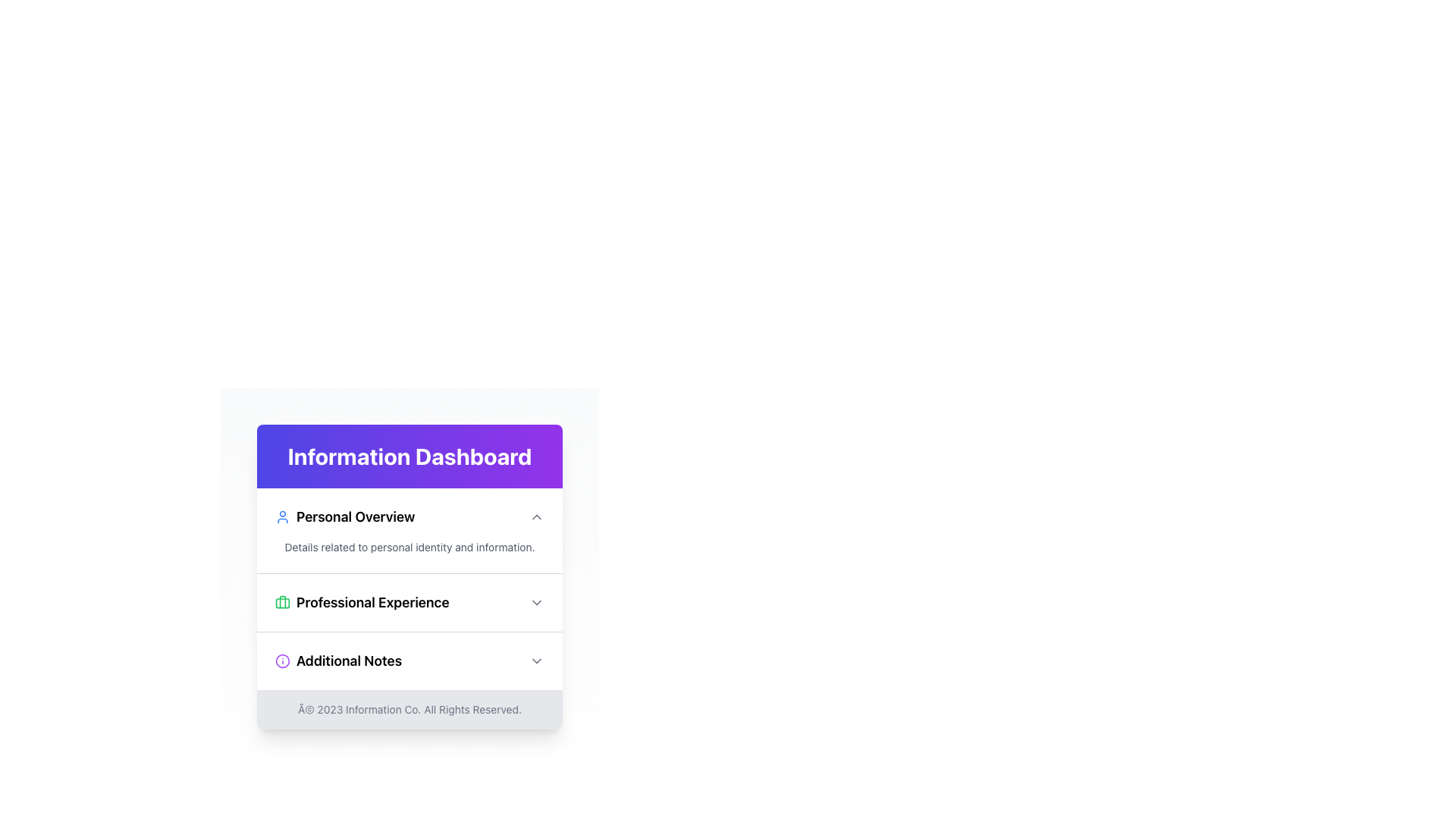 The height and width of the screenshot is (819, 1456). What do you see at coordinates (409, 516) in the screenshot?
I see `the 'Personal Overview' Section Header element` at bounding box center [409, 516].